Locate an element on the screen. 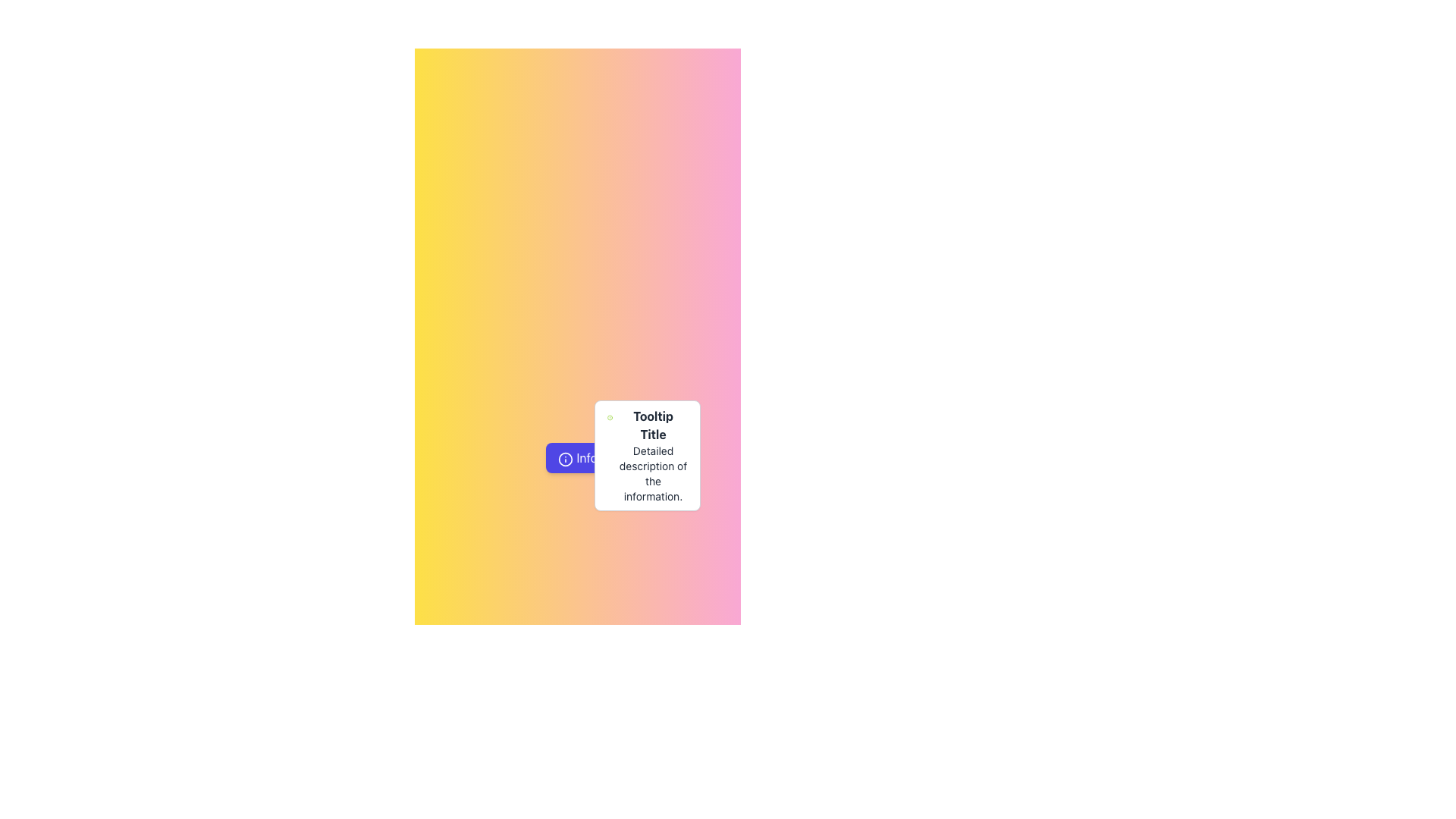 The image size is (1456, 819). the static text located directly below the title 'Tooltip Title', which provides detailed information about the topic is located at coordinates (653, 472).